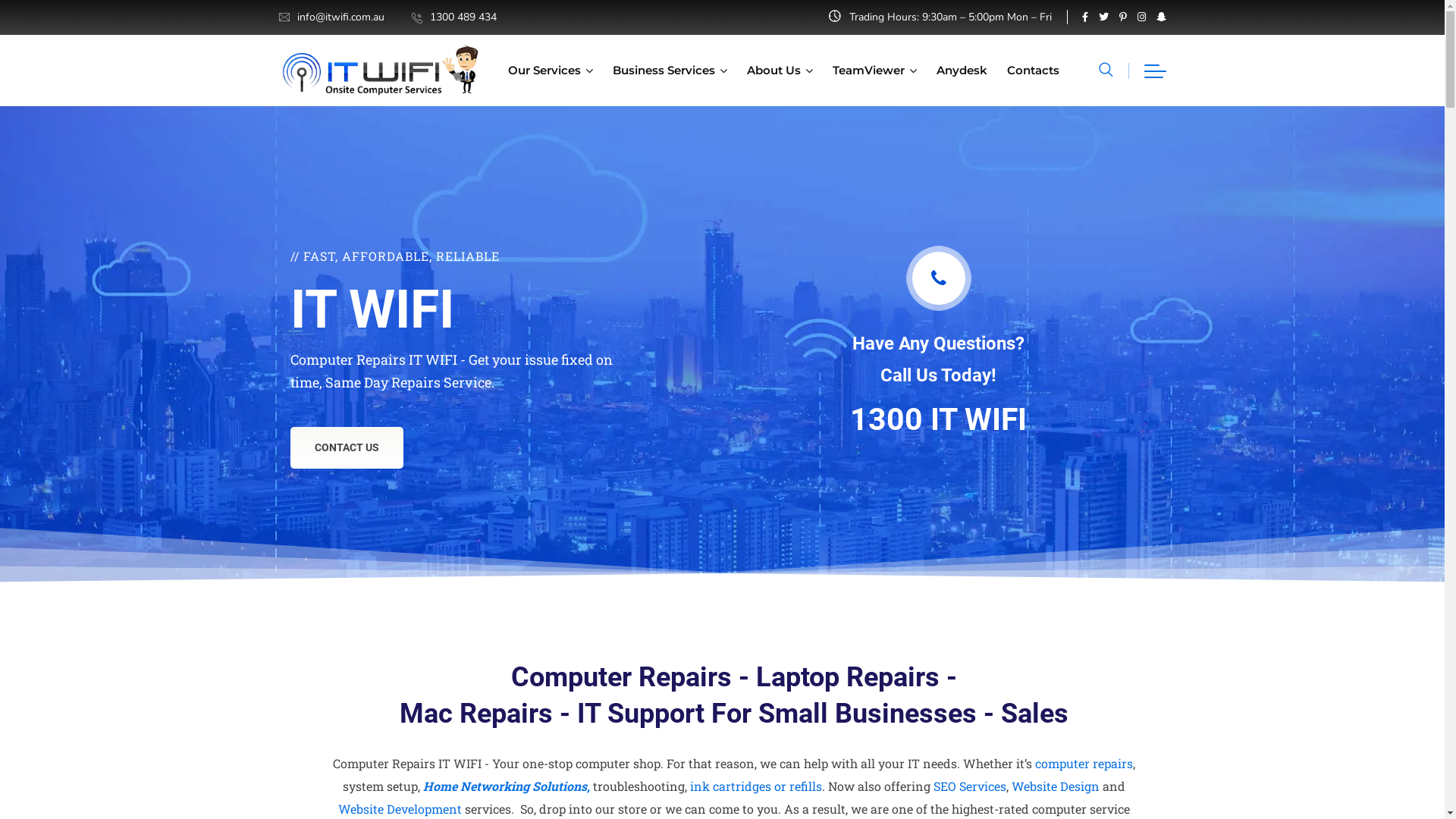 The width and height of the screenshot is (1456, 819). I want to click on 'info@itwifi.com.au', so click(340, 17).